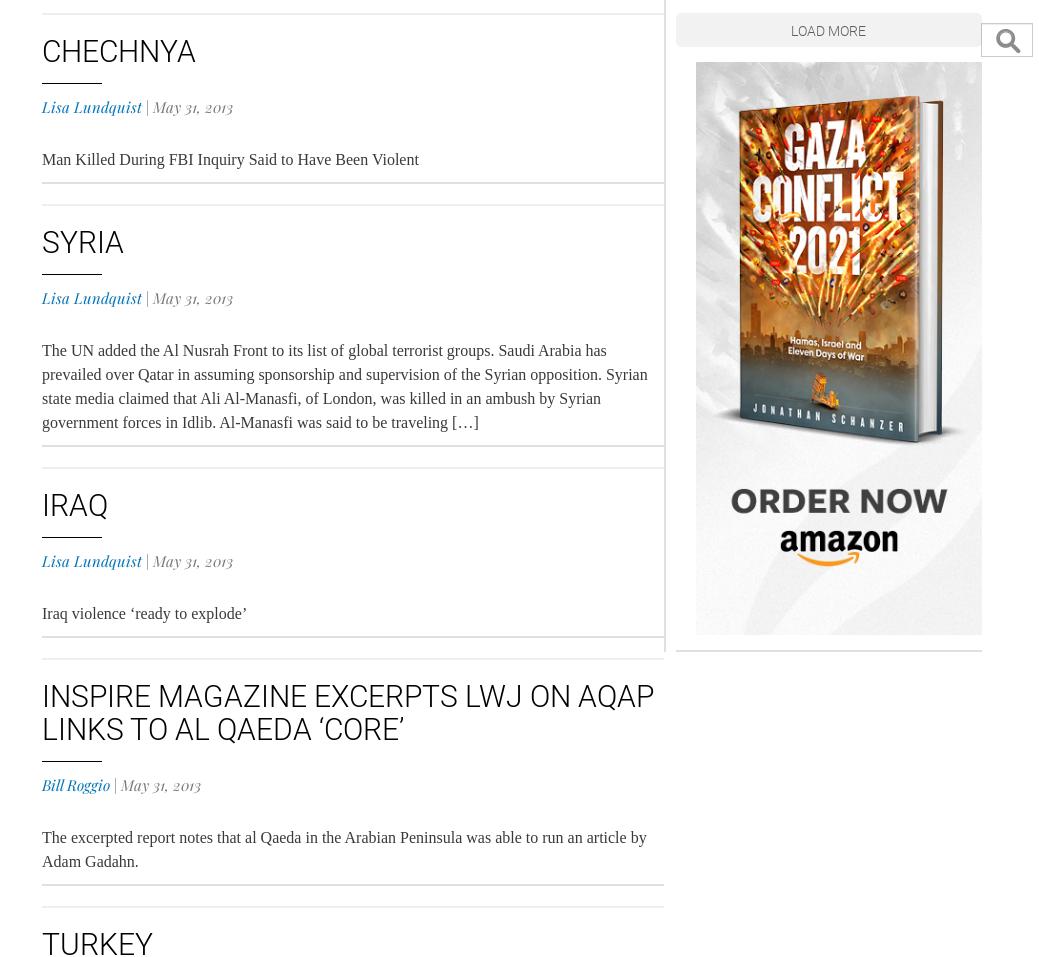  I want to click on 'Syria', so click(82, 241).